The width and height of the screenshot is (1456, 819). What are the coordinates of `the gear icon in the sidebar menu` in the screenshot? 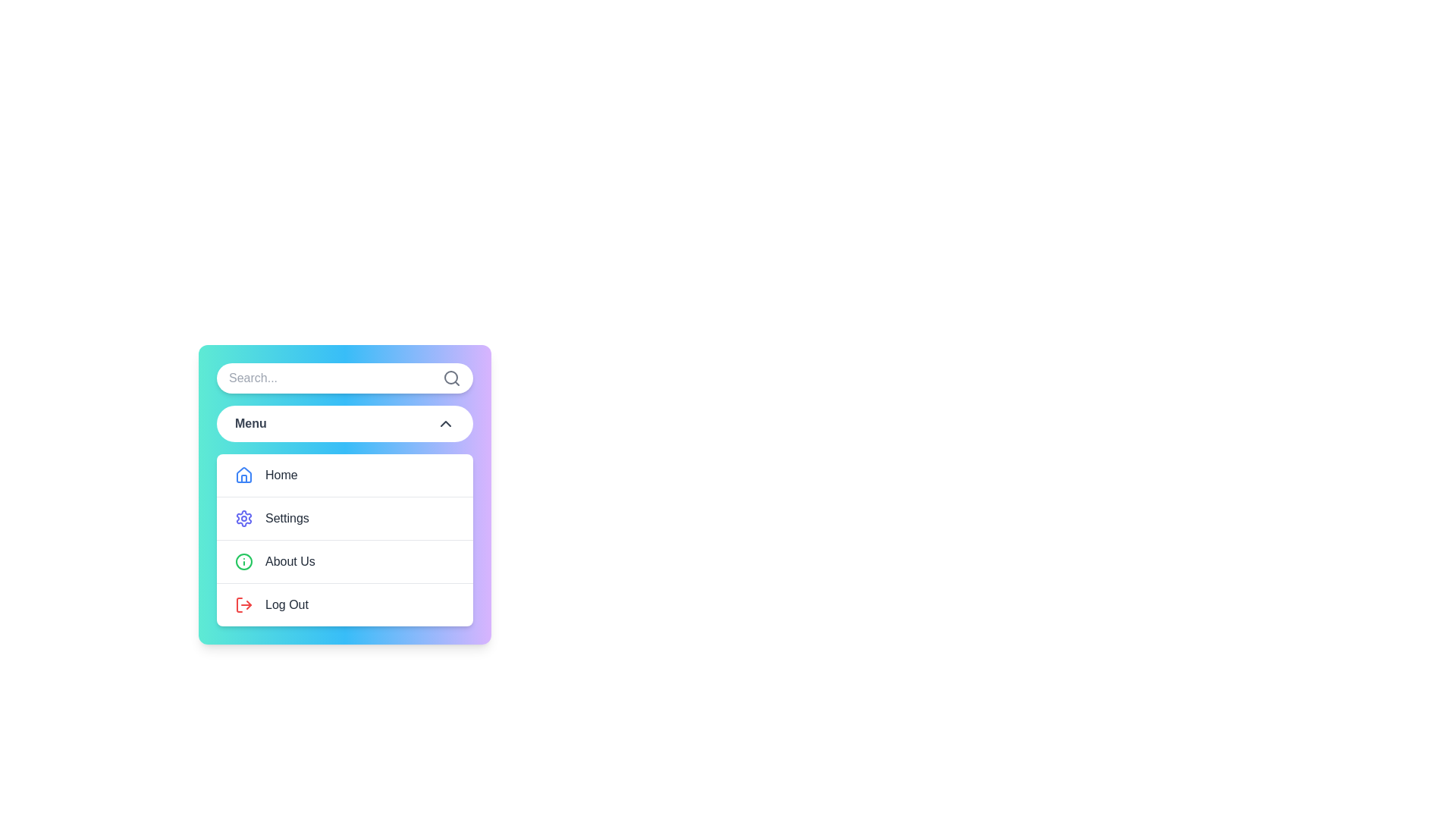 It's located at (243, 517).